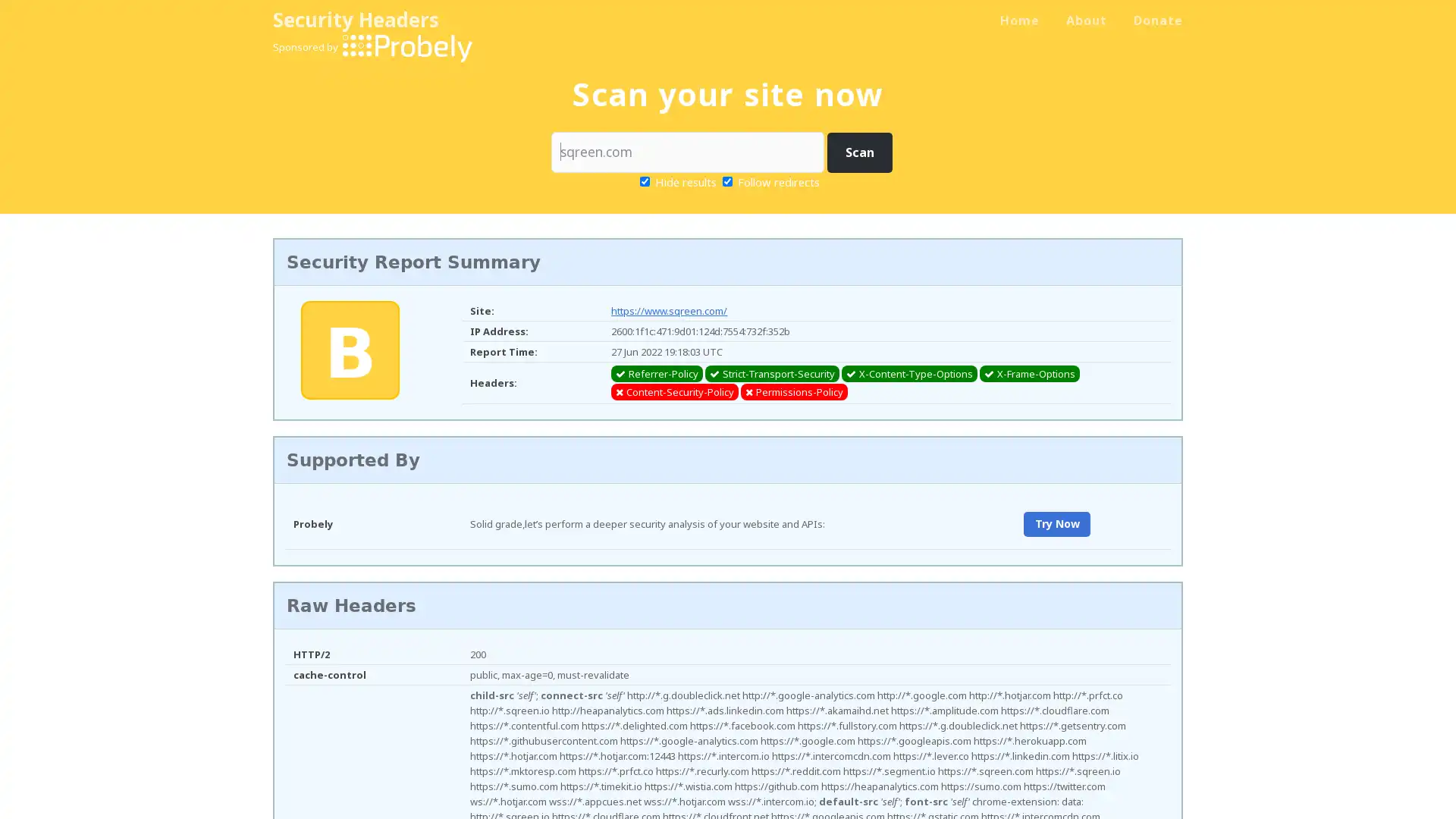 The image size is (1456, 819). I want to click on Try Now, so click(1056, 523).